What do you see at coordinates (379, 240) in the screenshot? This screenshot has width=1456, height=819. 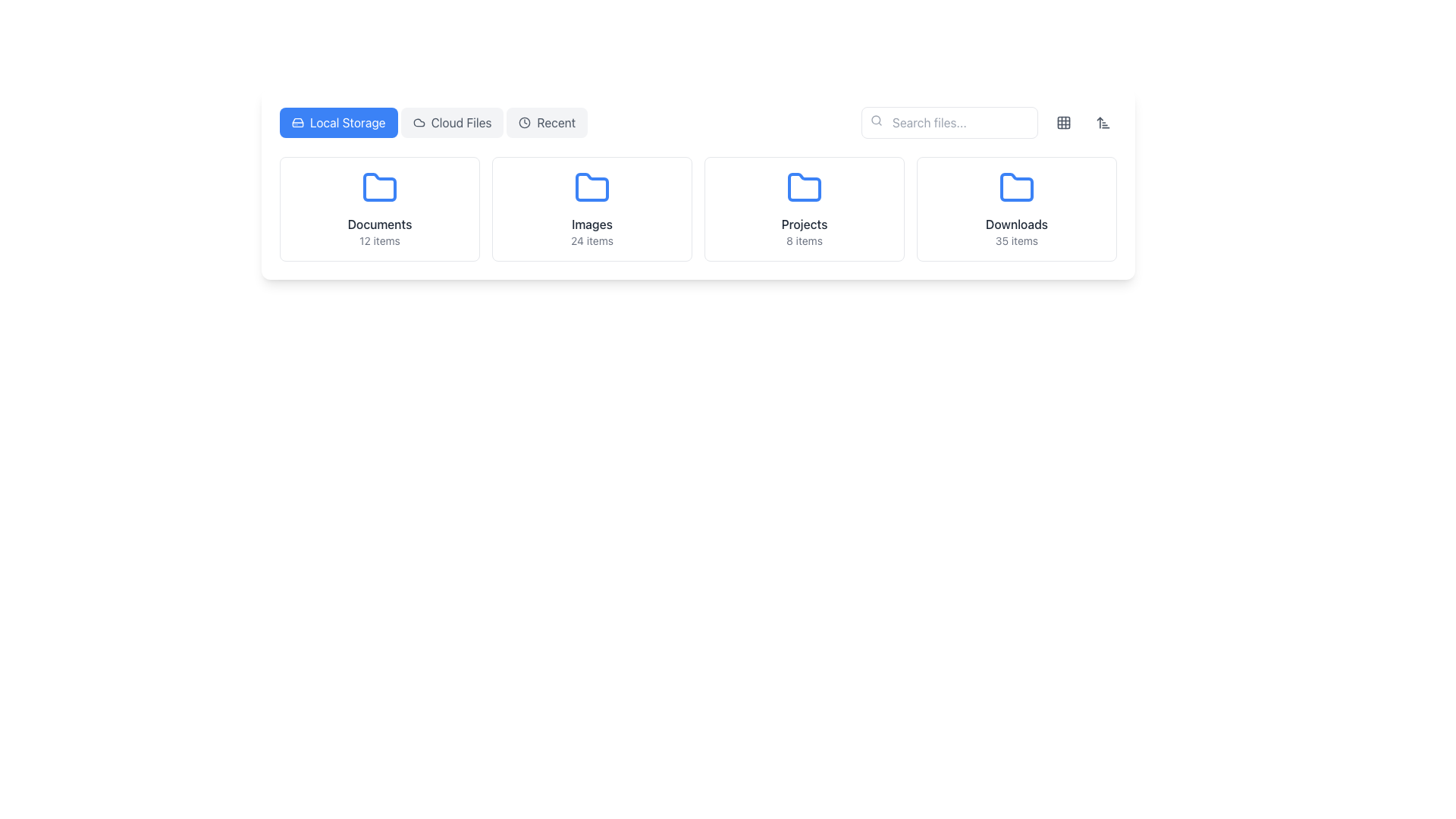 I see `the static text label component that provides information about the number of items in the 'Documents' folder, located directly below the 'Documents' title` at bounding box center [379, 240].